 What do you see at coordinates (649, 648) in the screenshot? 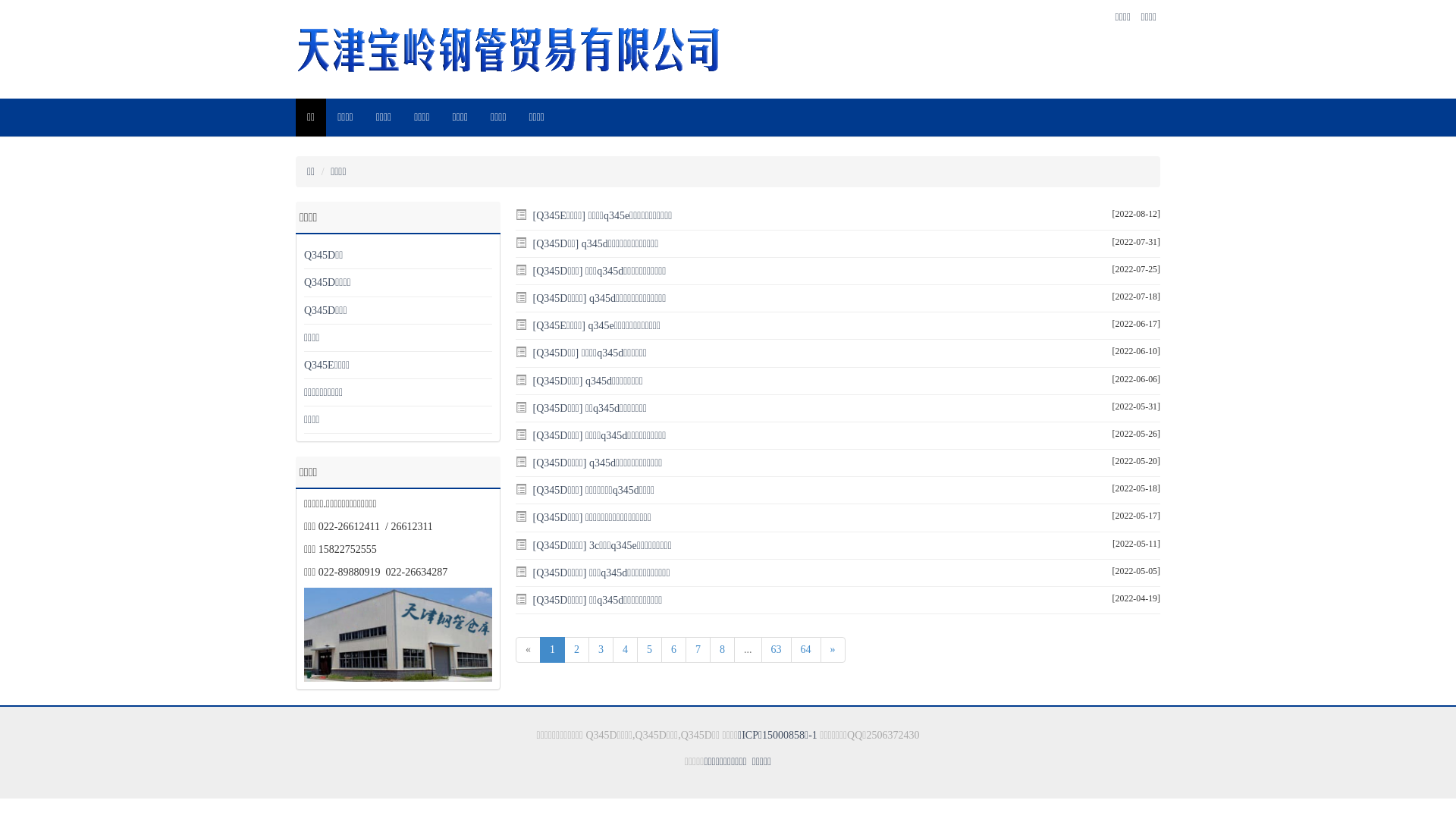
I see `'5'` at bounding box center [649, 648].